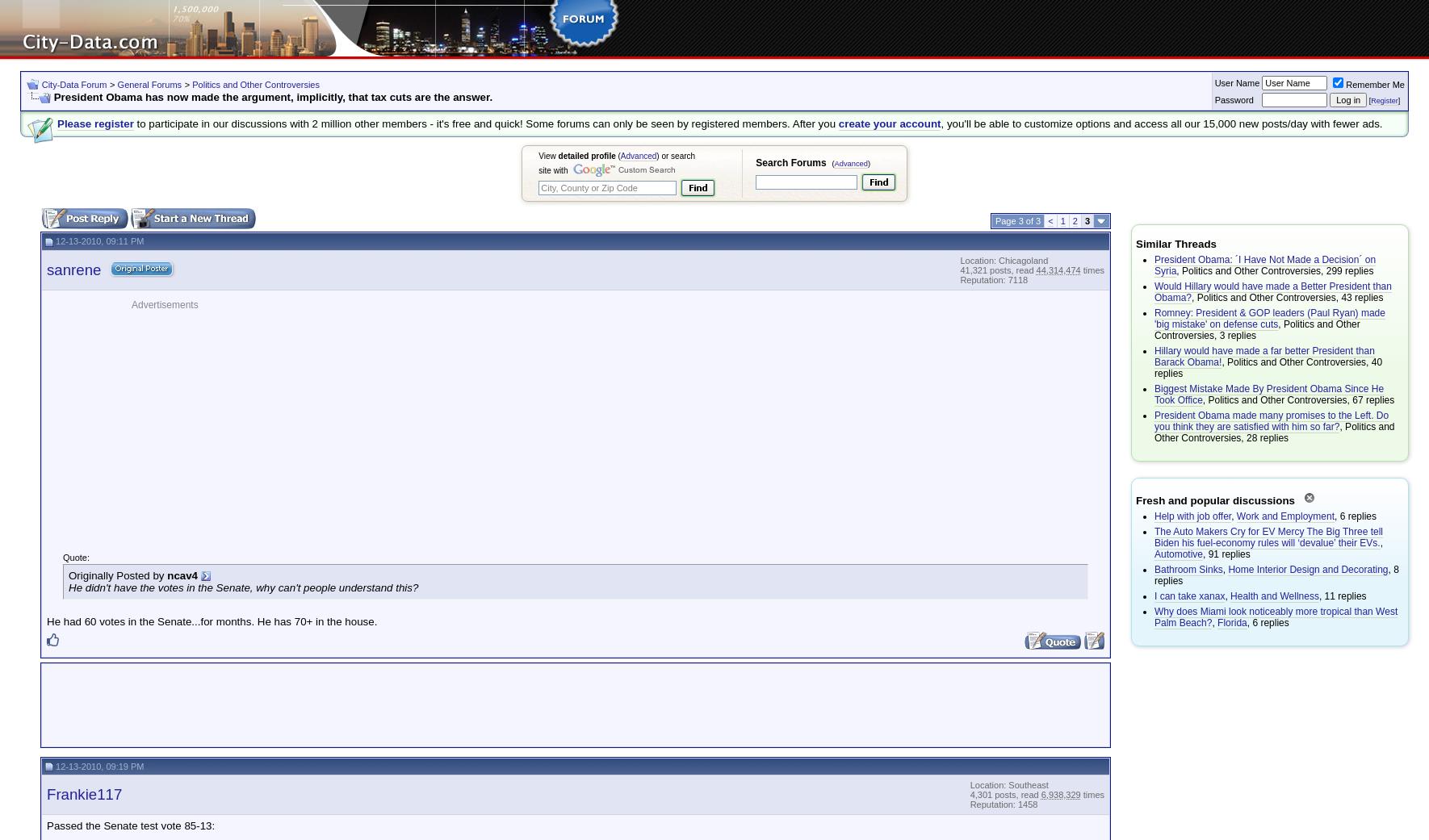  What do you see at coordinates (1274, 271) in the screenshot?
I see `', Politics and Other Controversies, 299 replies'` at bounding box center [1274, 271].